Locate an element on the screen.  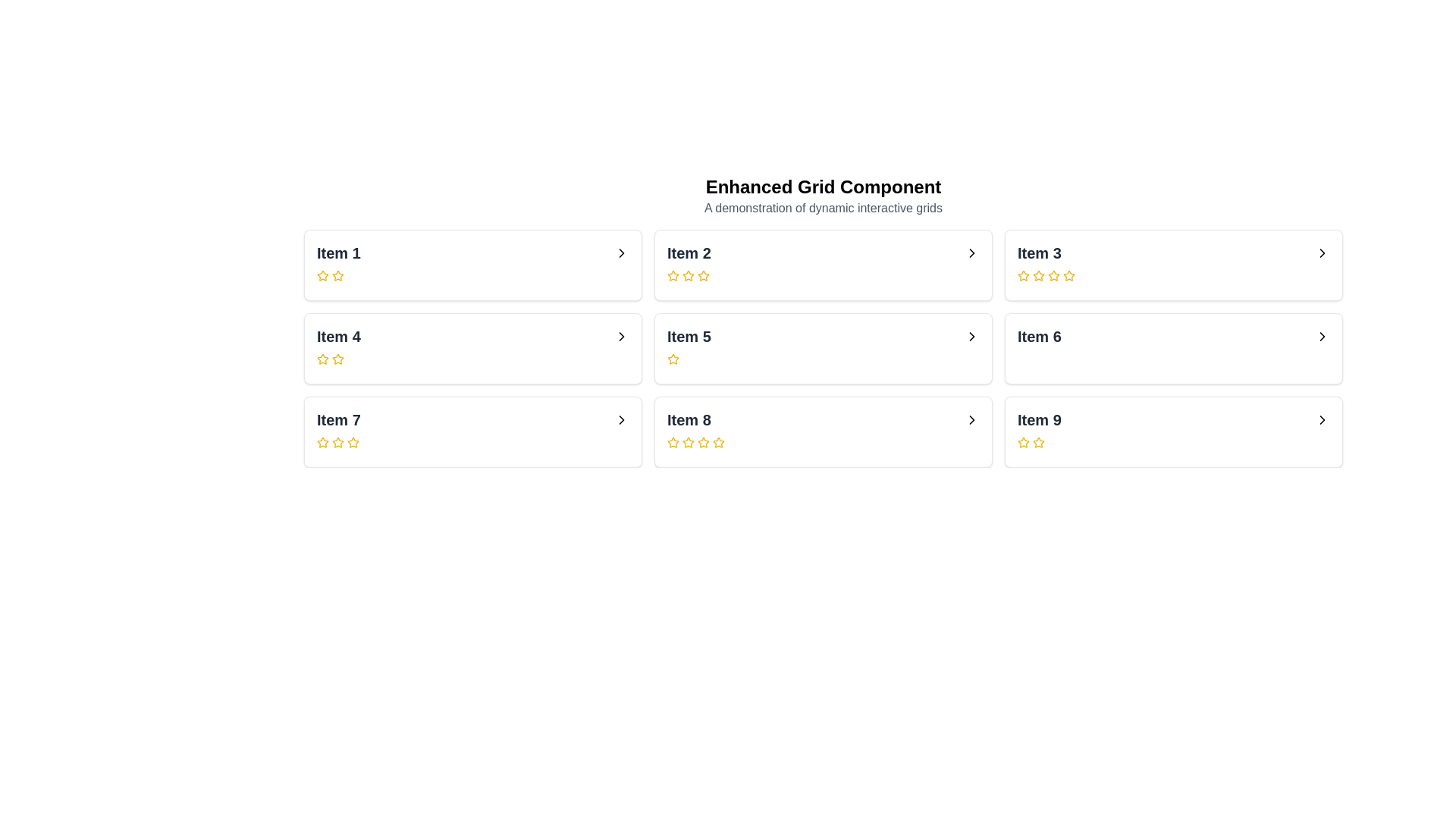
the first star-shaped icon with a hollow center and a yellow outline under 'Item 9' to rate it is located at coordinates (1023, 442).